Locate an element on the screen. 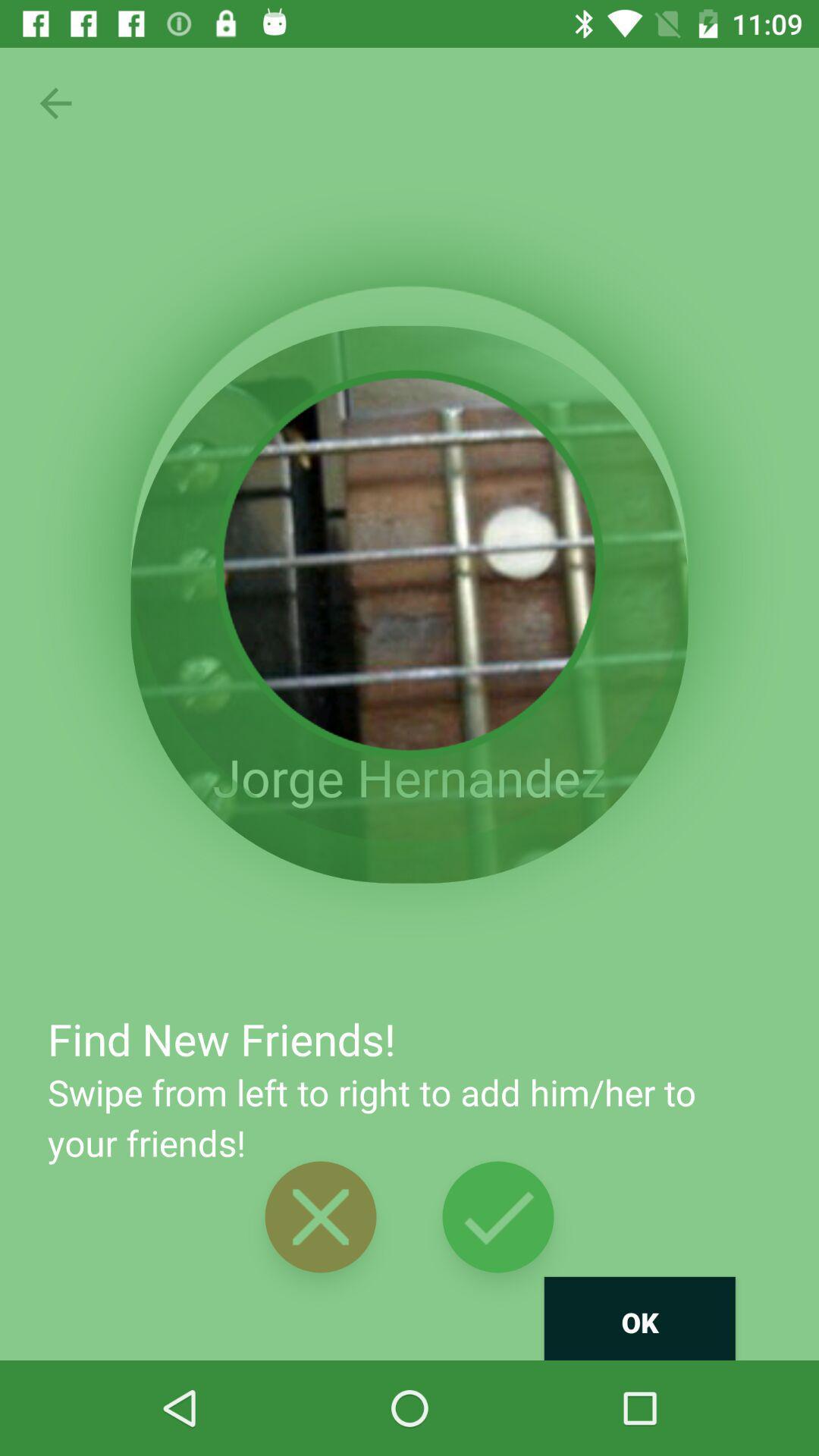 This screenshot has width=819, height=1456. go back is located at coordinates (55, 102).